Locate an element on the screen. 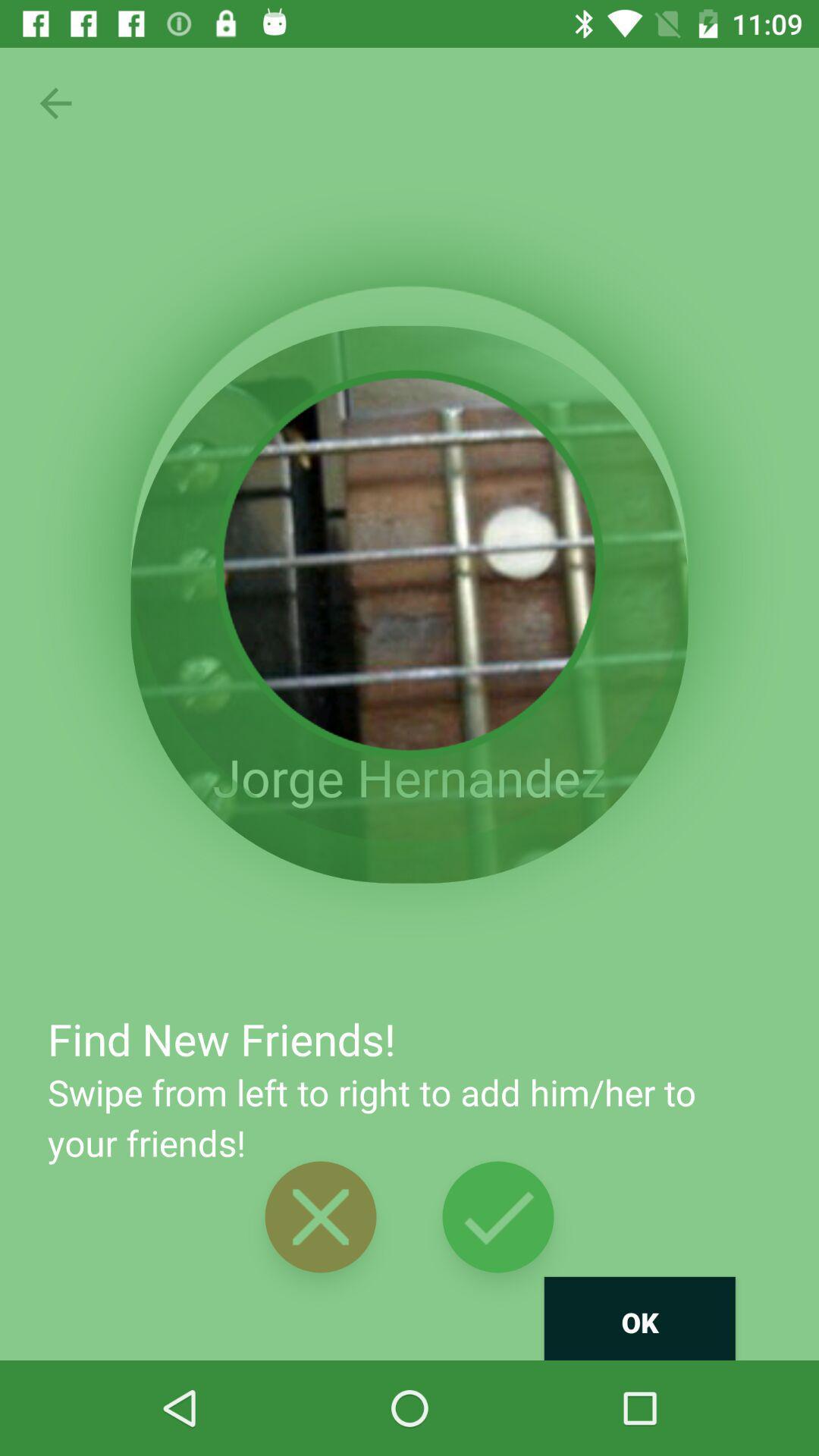 This screenshot has width=819, height=1456. go back is located at coordinates (55, 102).